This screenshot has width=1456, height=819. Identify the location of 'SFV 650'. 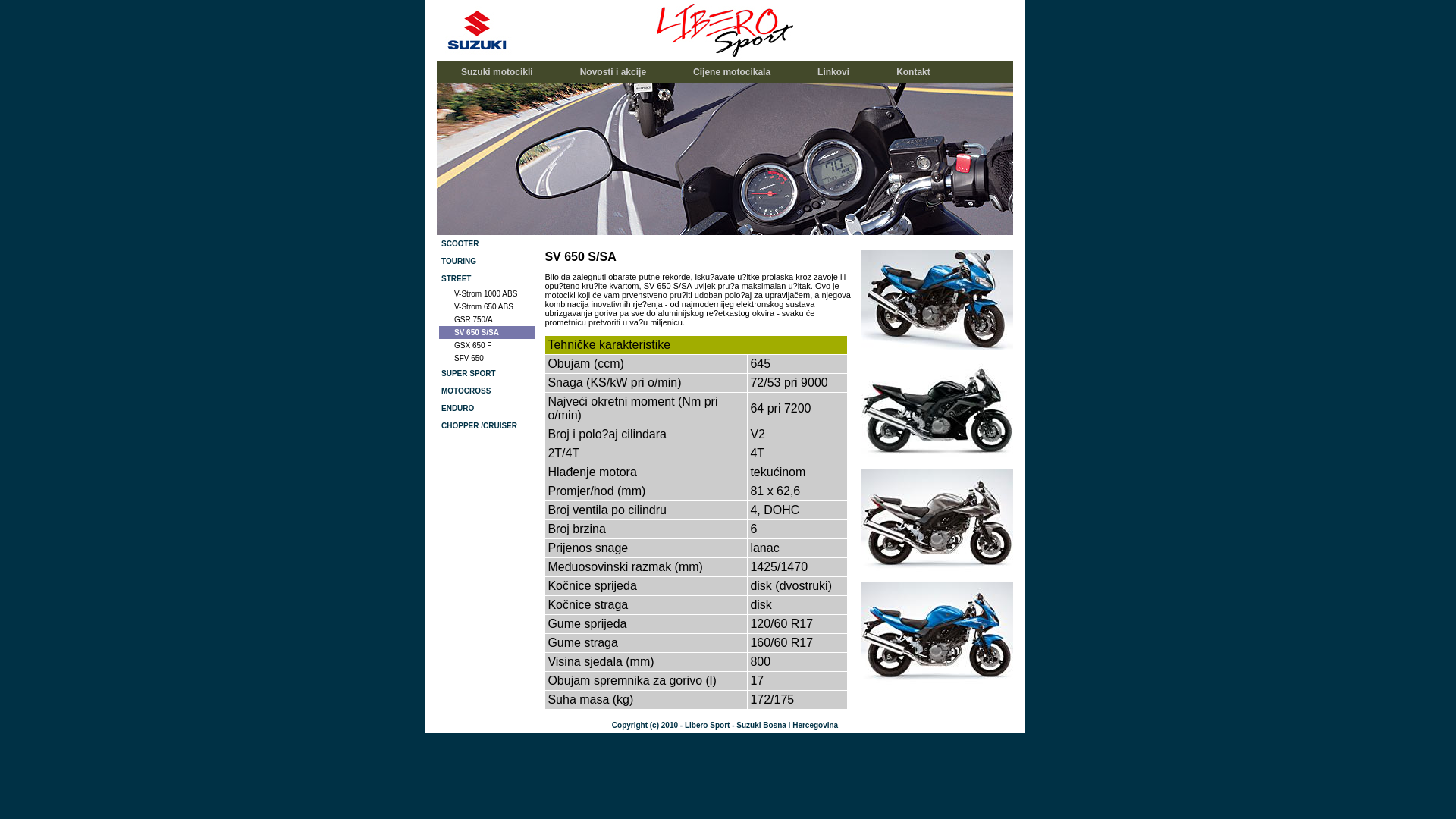
(487, 358).